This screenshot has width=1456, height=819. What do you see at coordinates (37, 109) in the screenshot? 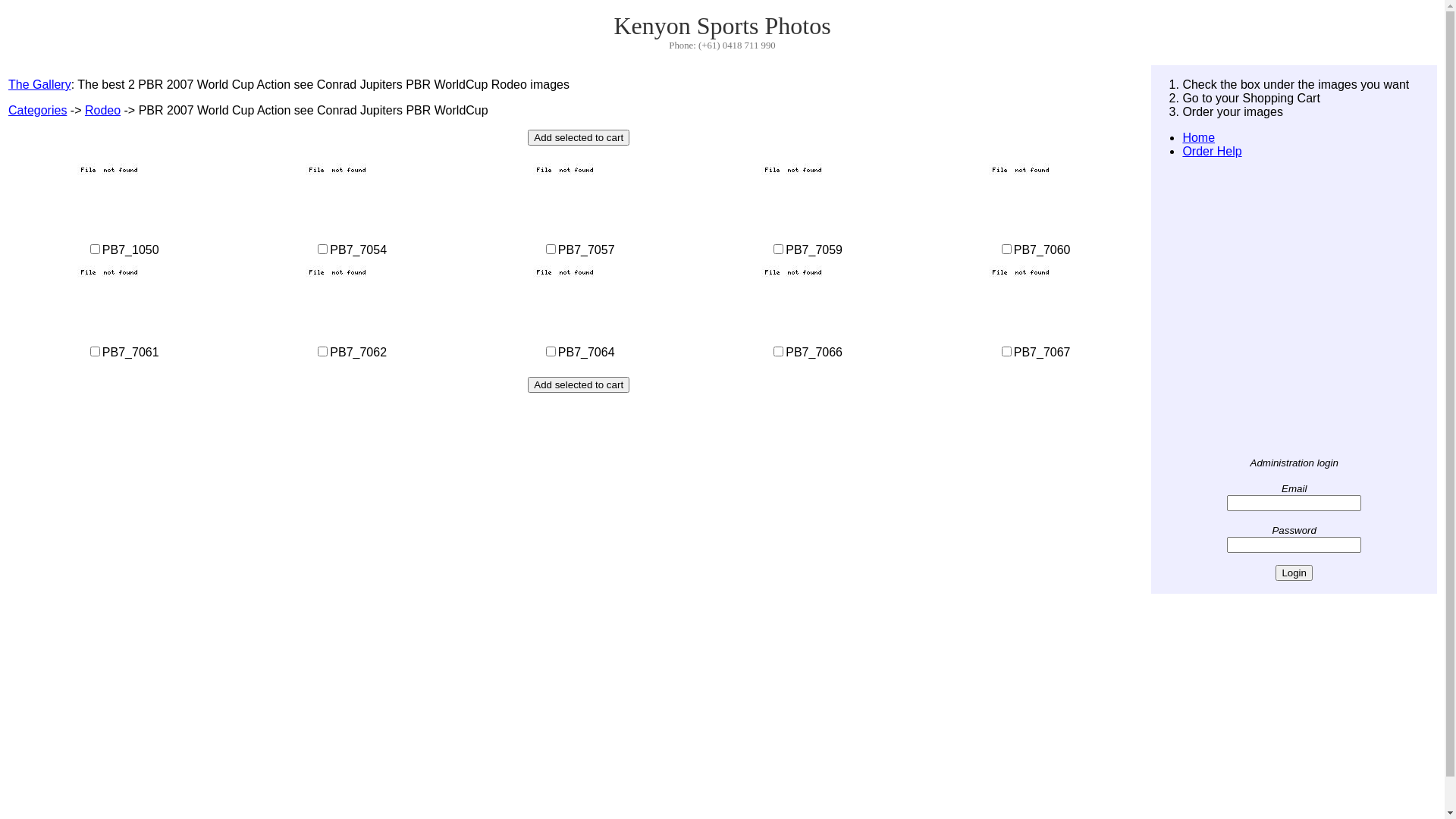
I see `'Categories'` at bounding box center [37, 109].